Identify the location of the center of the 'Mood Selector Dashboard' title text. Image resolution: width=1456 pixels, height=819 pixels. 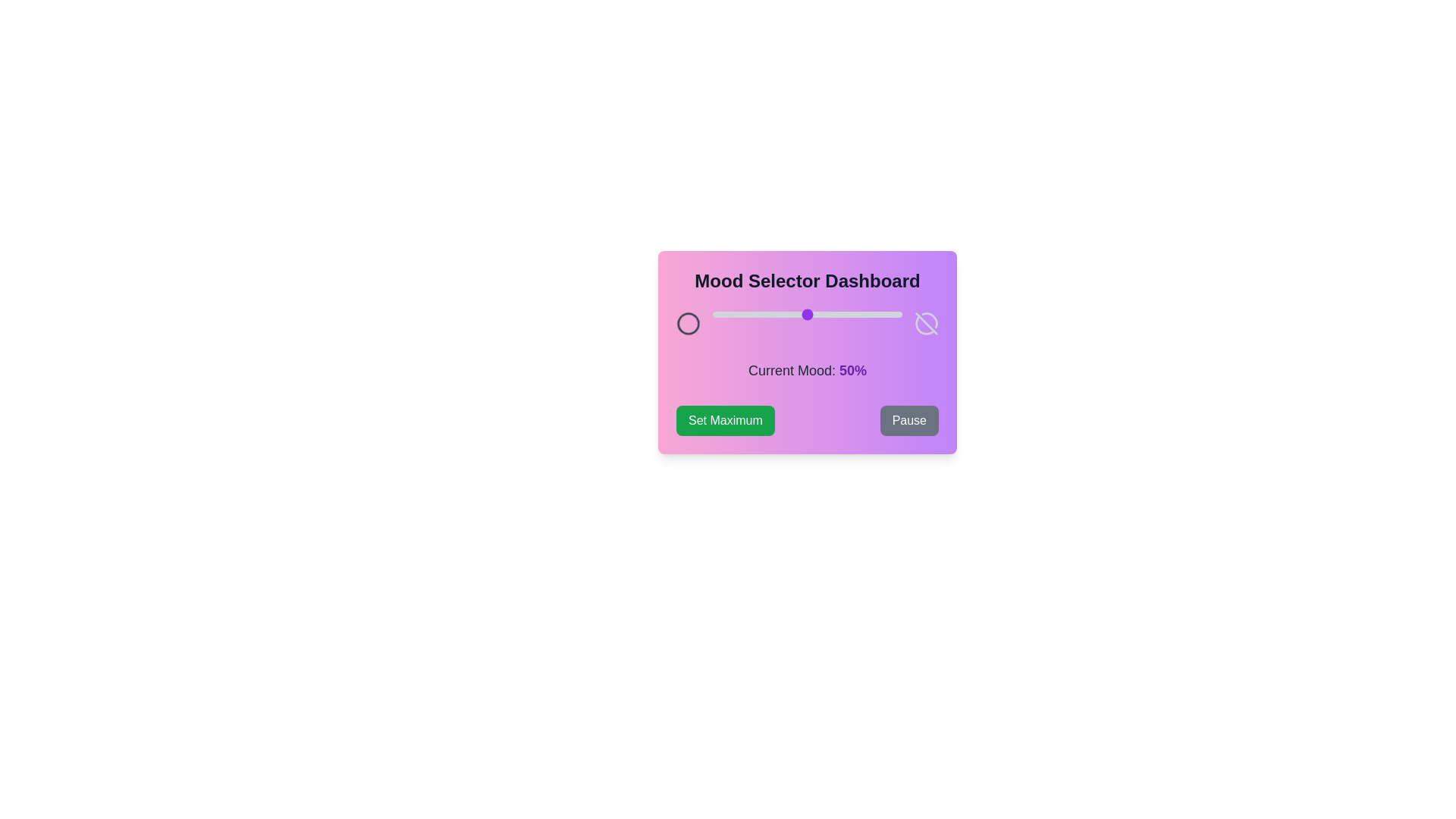
(807, 281).